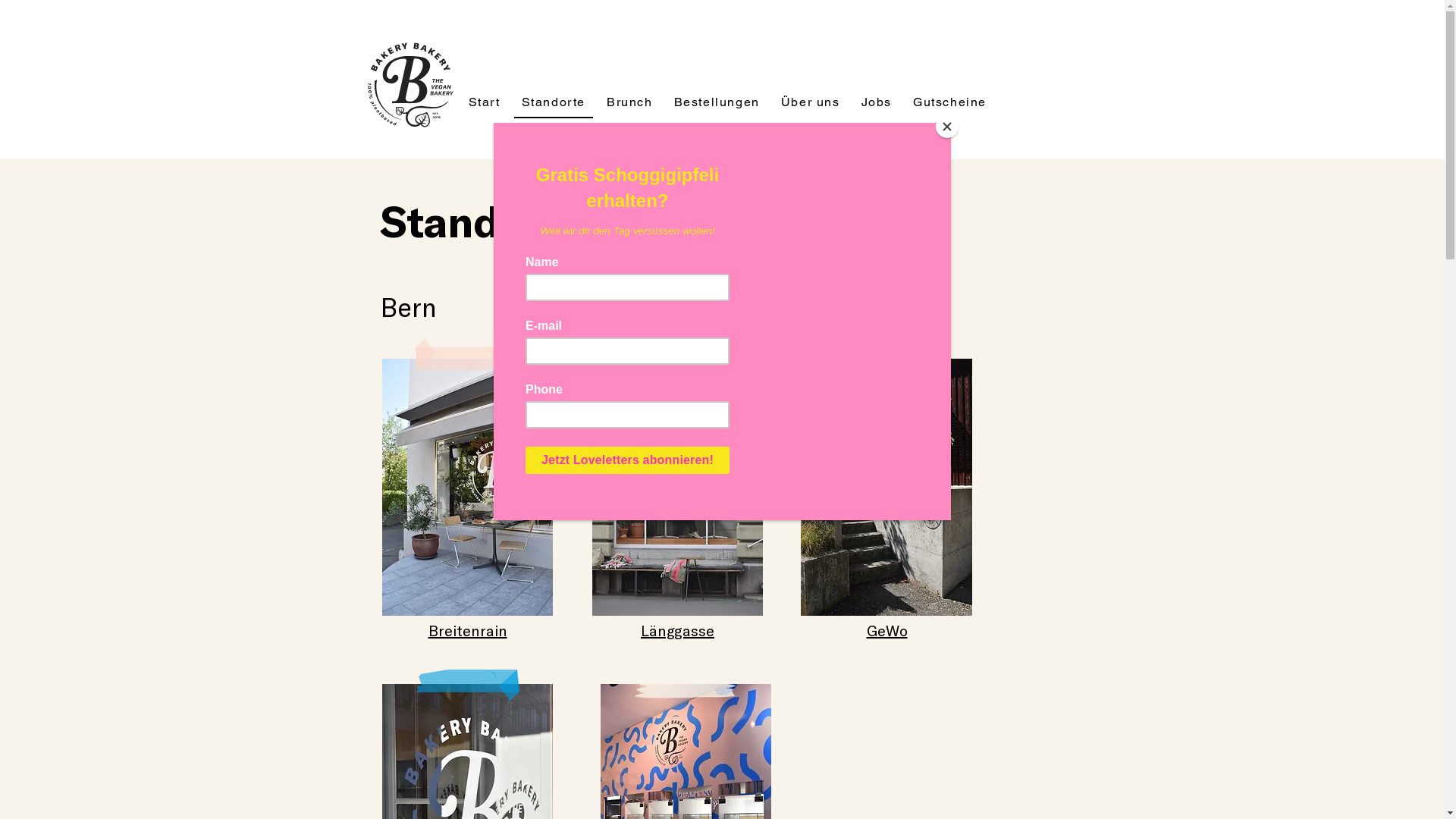 The width and height of the screenshot is (1456, 819). I want to click on 'Brunch', so click(598, 102).